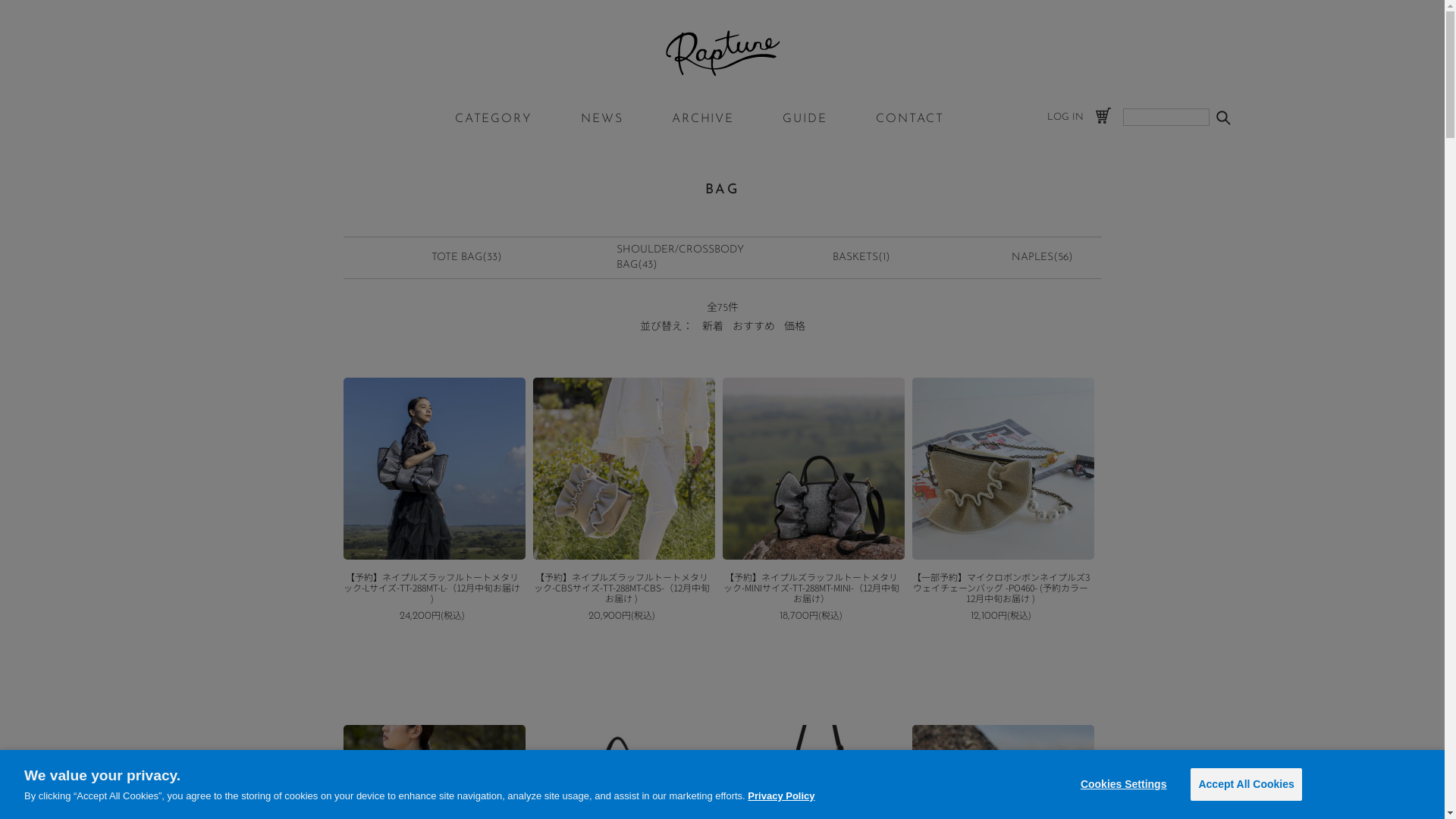 The height and width of the screenshot is (819, 1456). I want to click on 'NEWS', so click(580, 118).